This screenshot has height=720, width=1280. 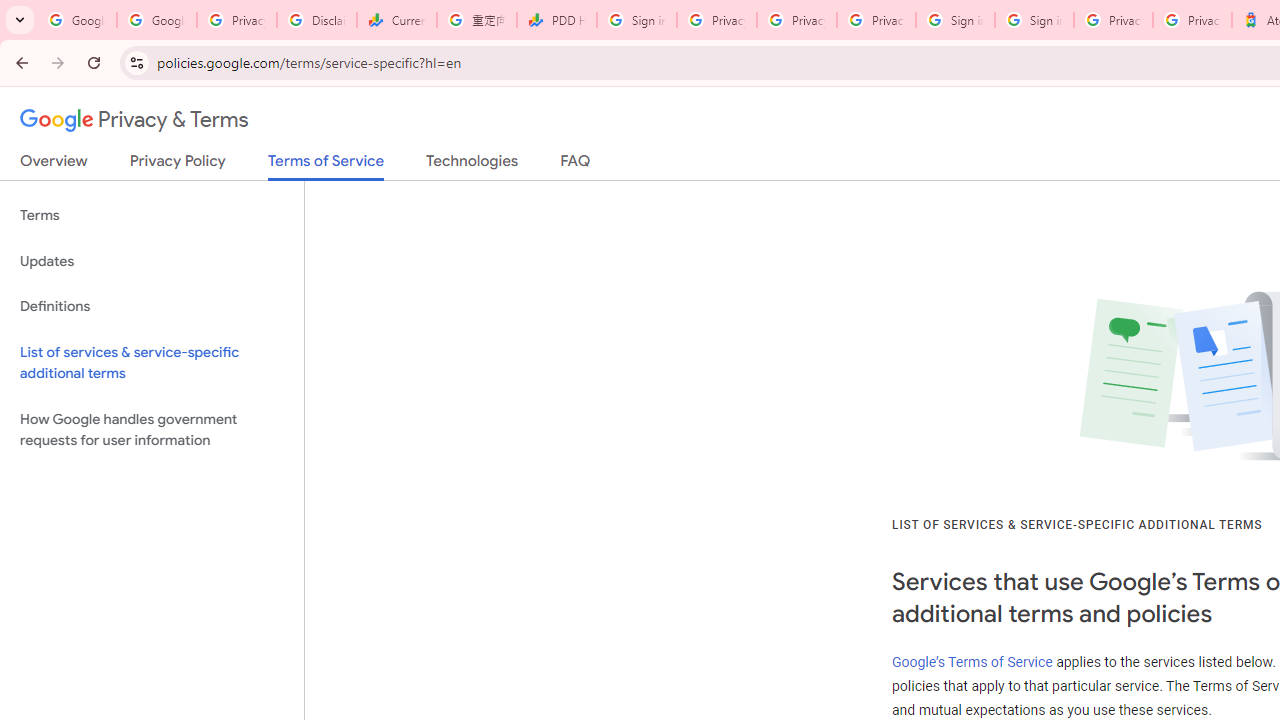 I want to click on 'Google Workspace Admin Community', so click(x=76, y=20).